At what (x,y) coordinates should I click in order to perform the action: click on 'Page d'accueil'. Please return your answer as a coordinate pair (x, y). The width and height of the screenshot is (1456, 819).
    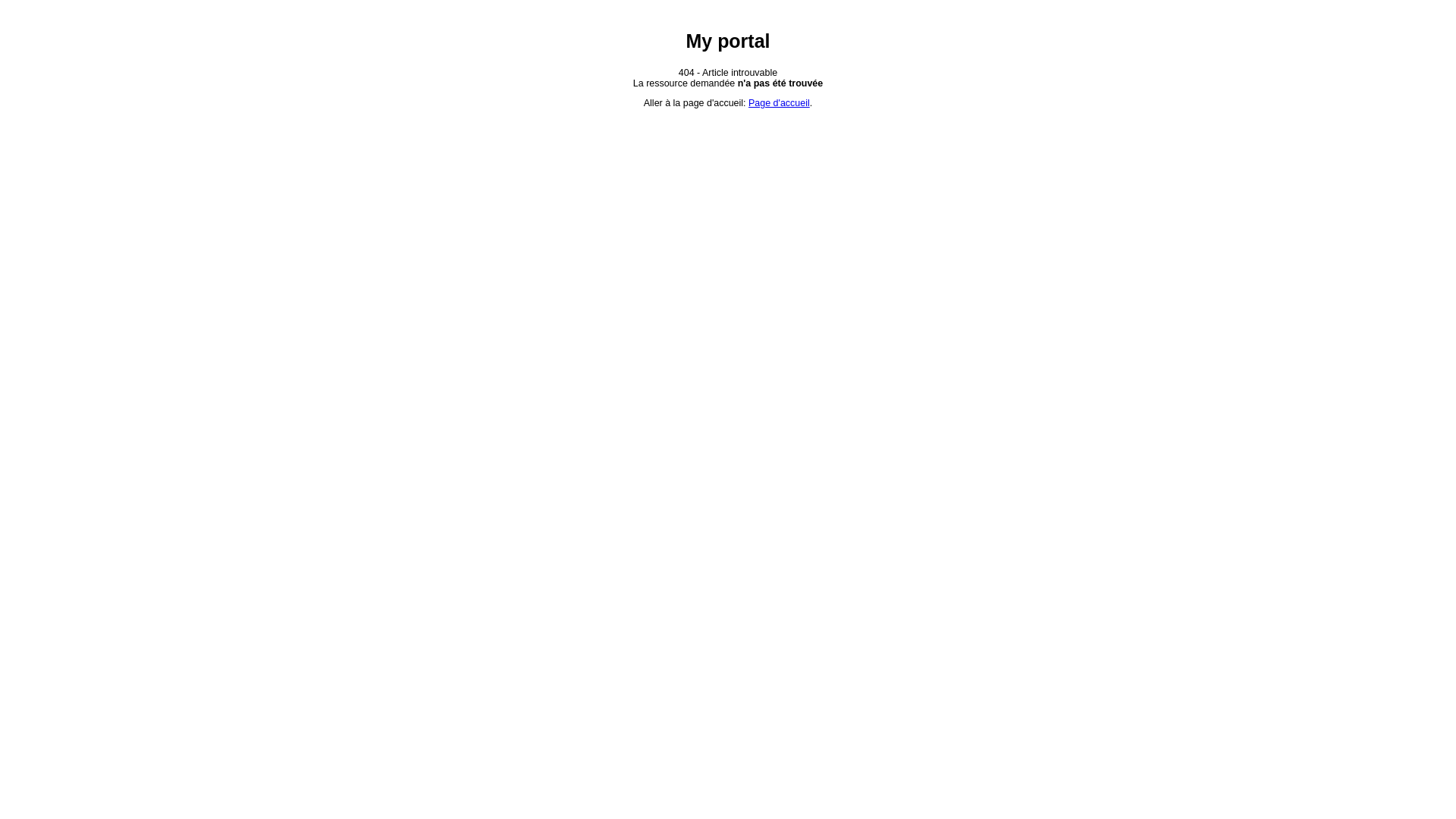
    Looking at the image, I should click on (779, 102).